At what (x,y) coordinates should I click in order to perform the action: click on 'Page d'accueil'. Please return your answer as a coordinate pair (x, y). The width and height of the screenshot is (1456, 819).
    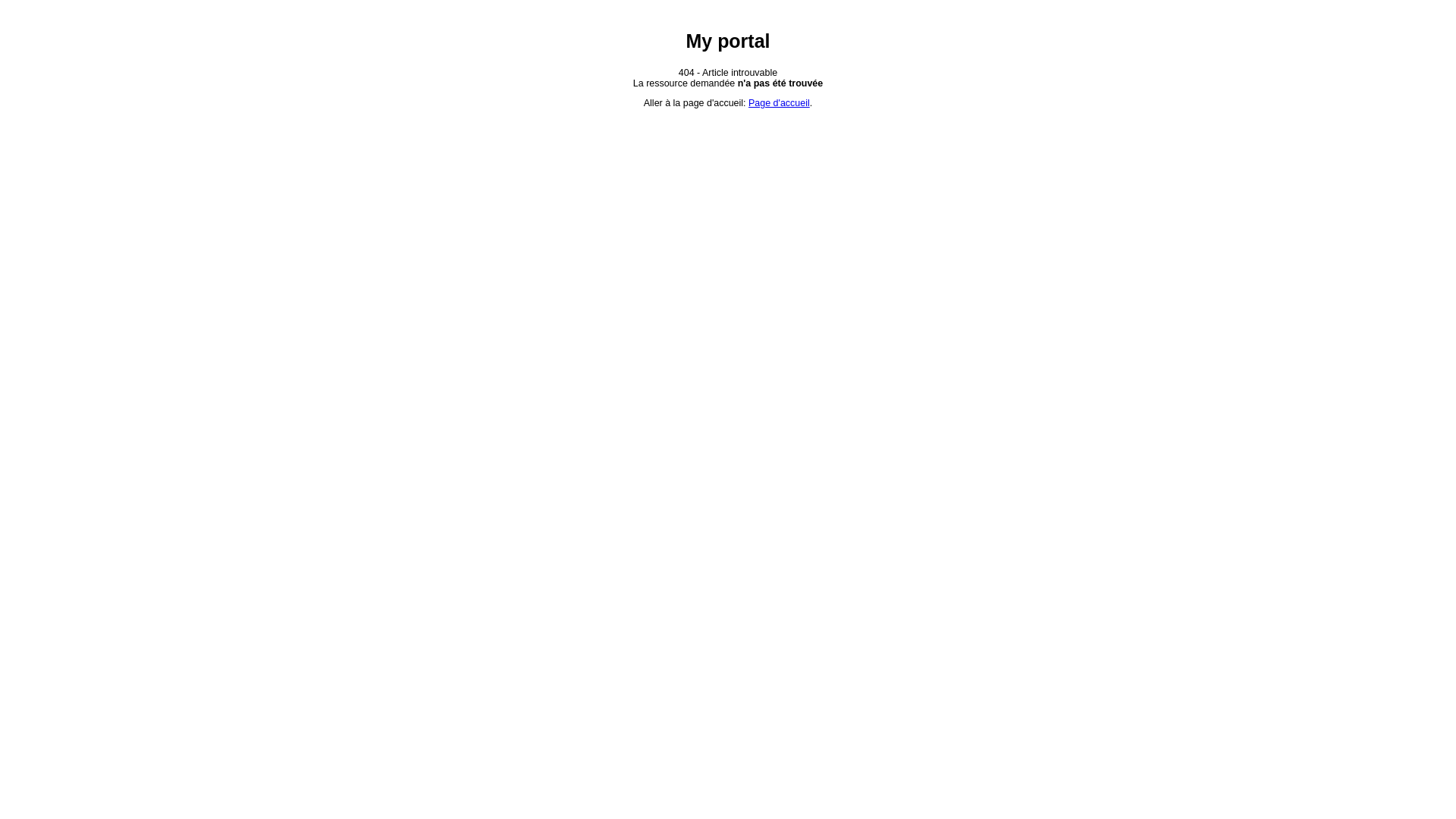
    Looking at the image, I should click on (779, 102).